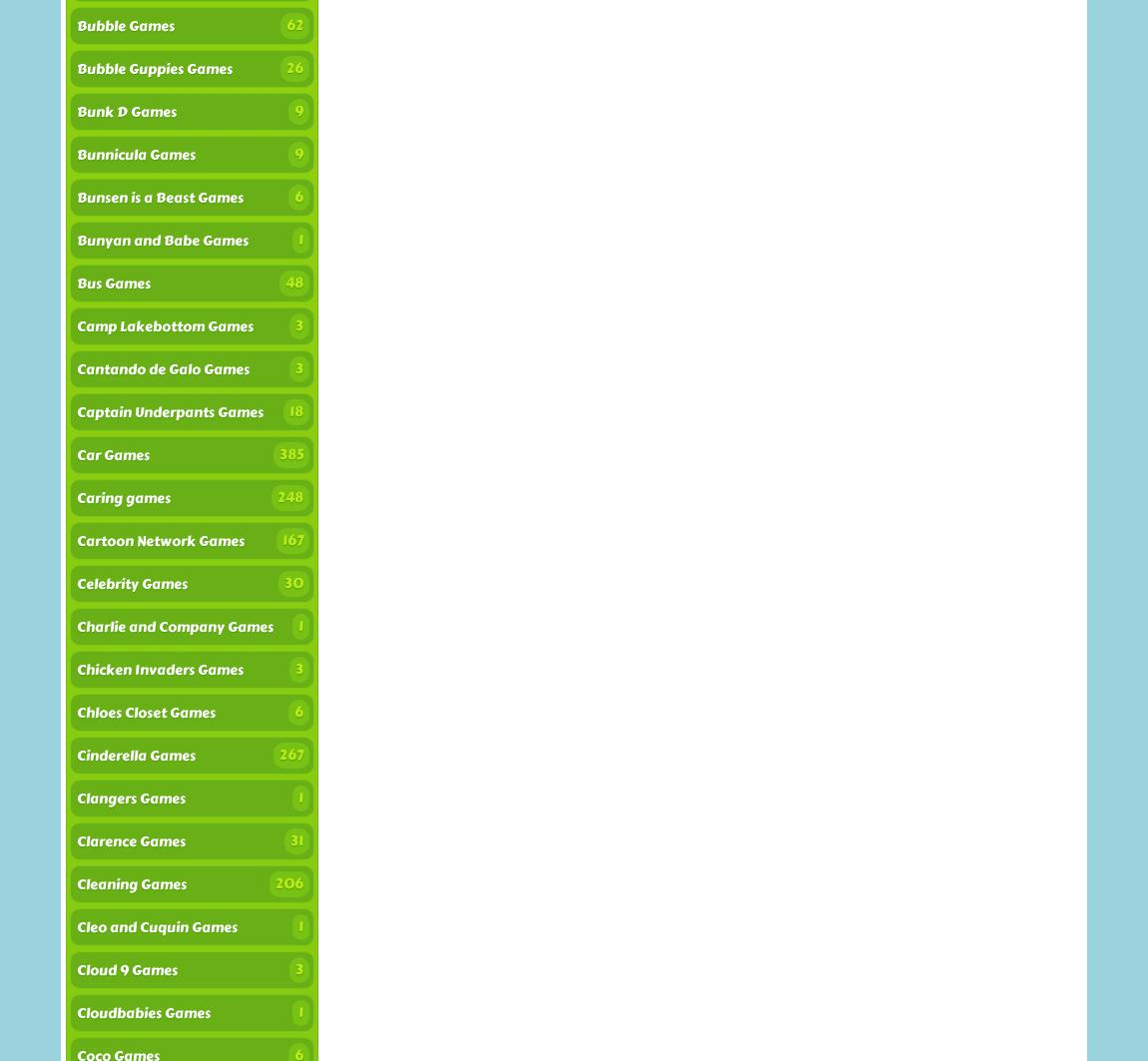 Image resolution: width=1148 pixels, height=1061 pixels. Describe the element at coordinates (294, 68) in the screenshot. I see `'26'` at that location.